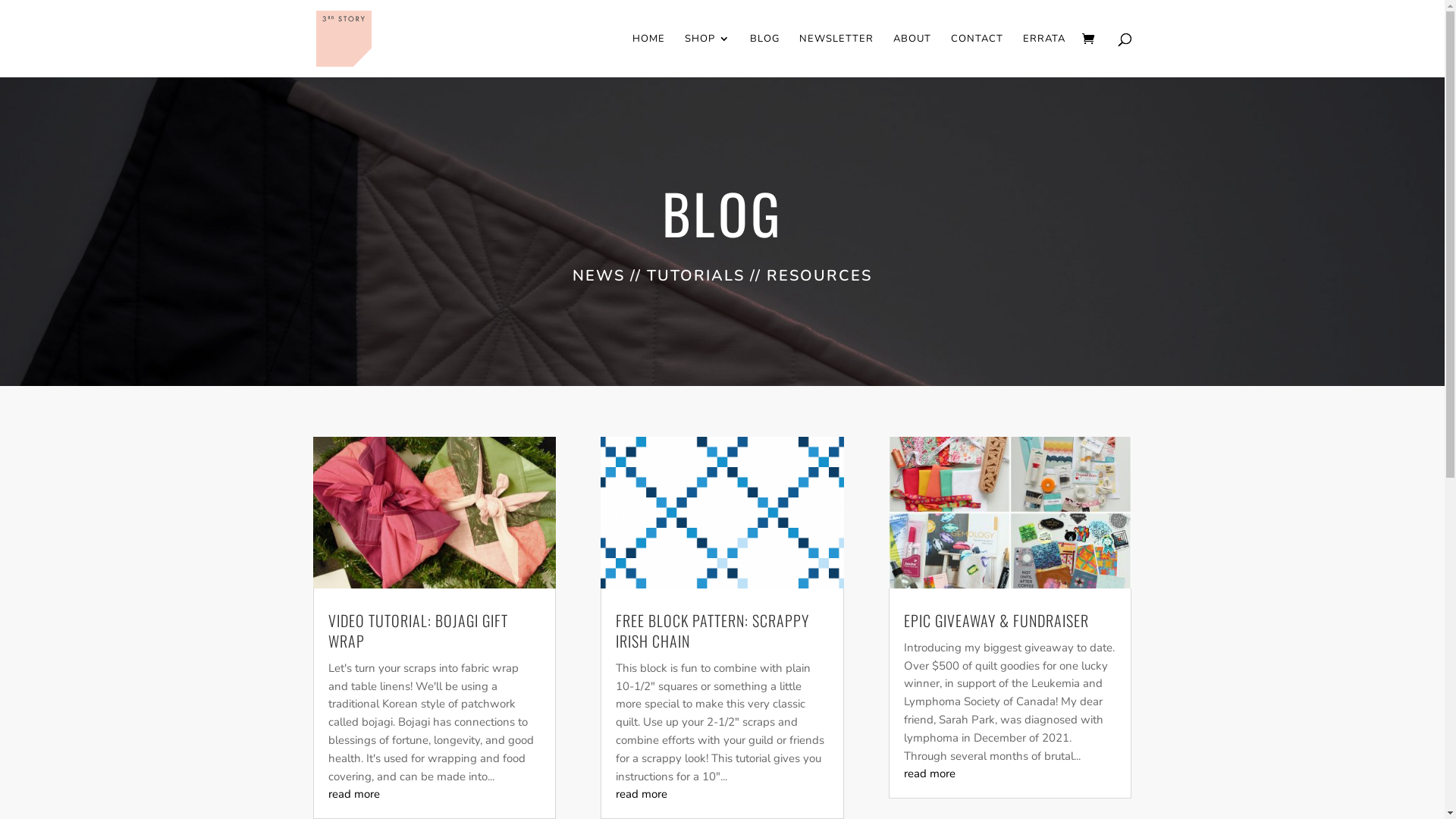  What do you see at coordinates (417, 630) in the screenshot?
I see `'VIDEO TUTORIAL: BOJAGI GIFT WRAP'` at bounding box center [417, 630].